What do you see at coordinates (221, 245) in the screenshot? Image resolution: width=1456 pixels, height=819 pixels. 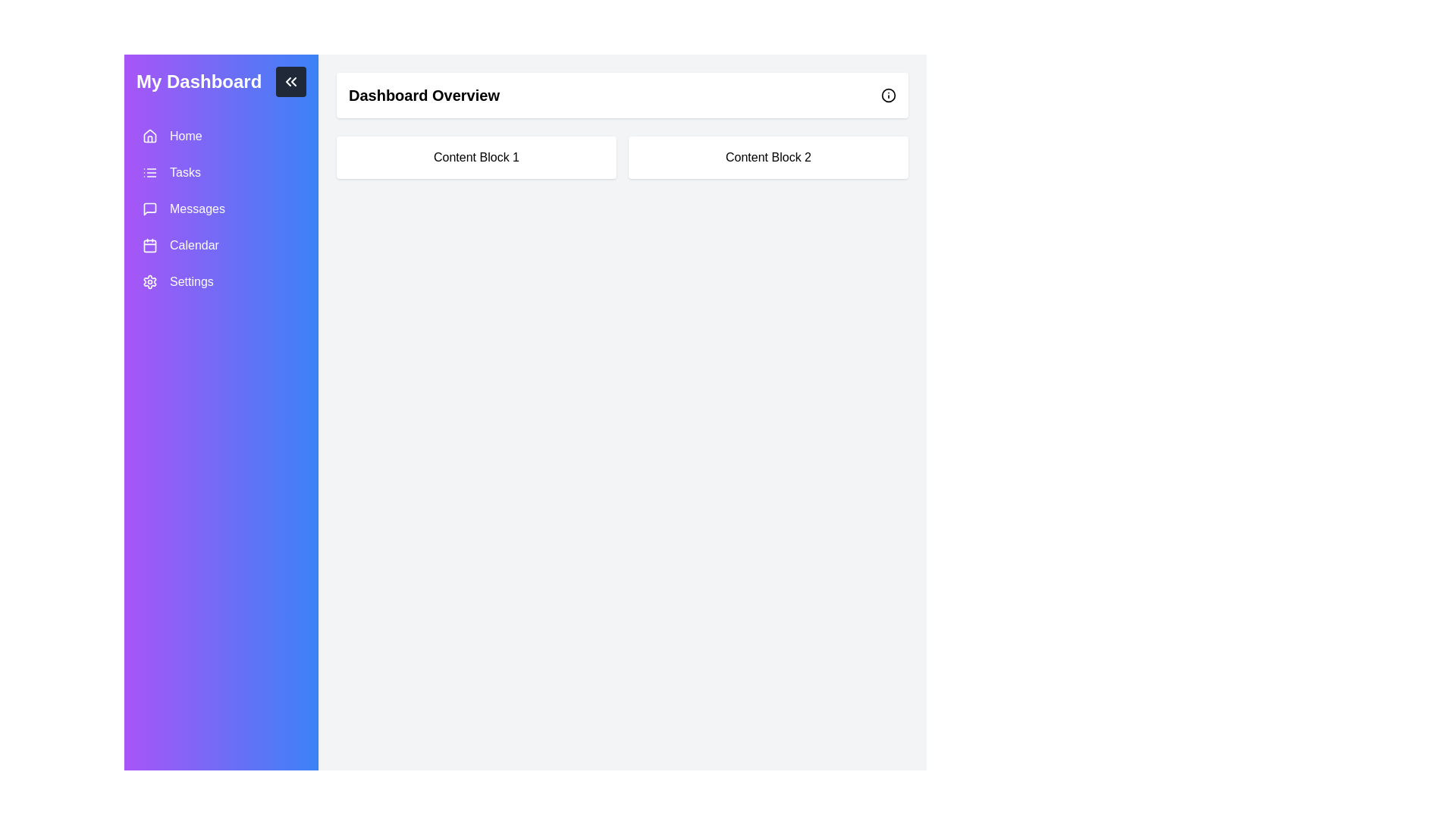 I see `the Navigation link, which is the fourth item in the vertical list of navigation options in the left sidebar` at bounding box center [221, 245].